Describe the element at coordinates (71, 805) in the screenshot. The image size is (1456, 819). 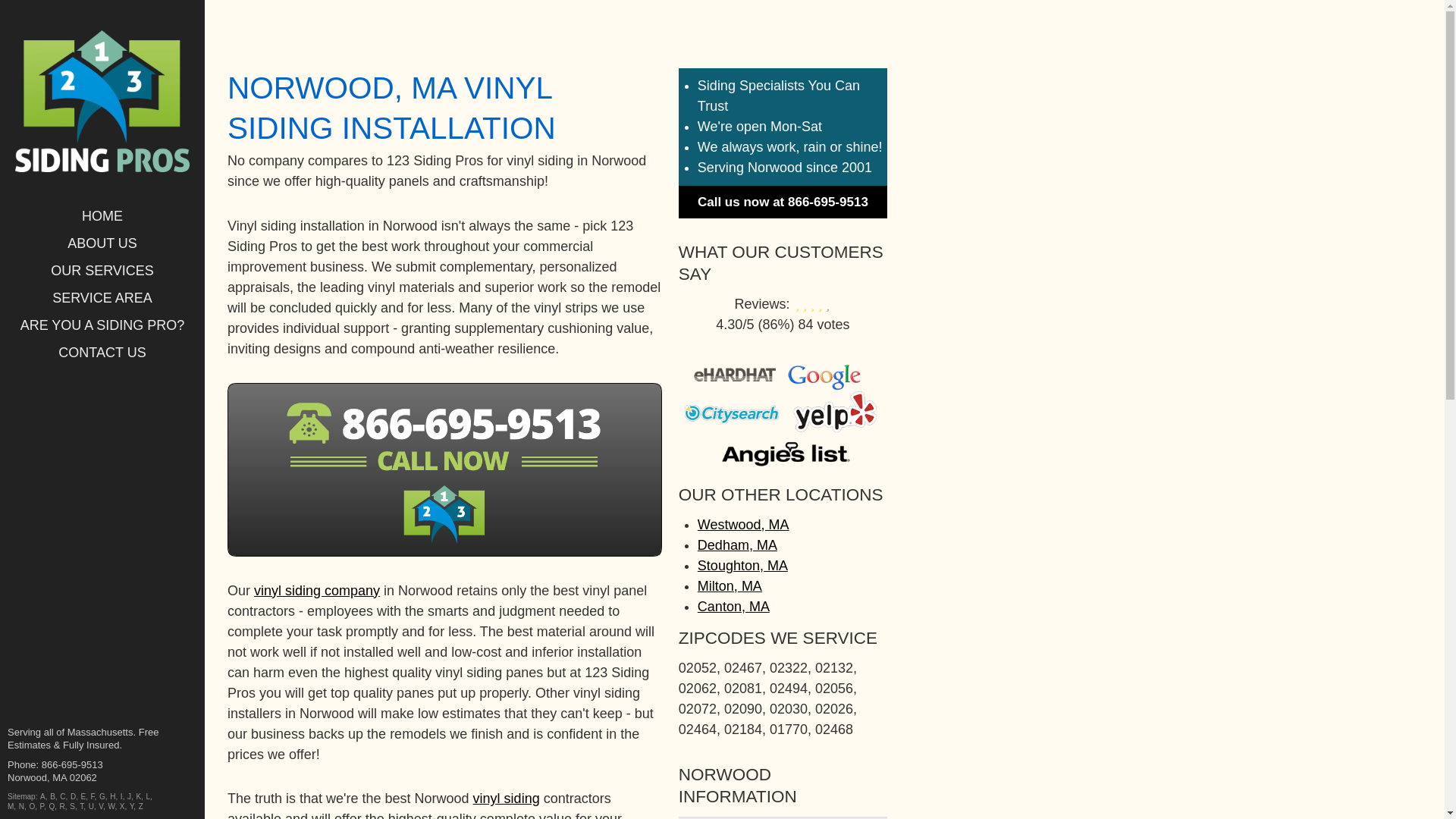
I see `'S'` at that location.